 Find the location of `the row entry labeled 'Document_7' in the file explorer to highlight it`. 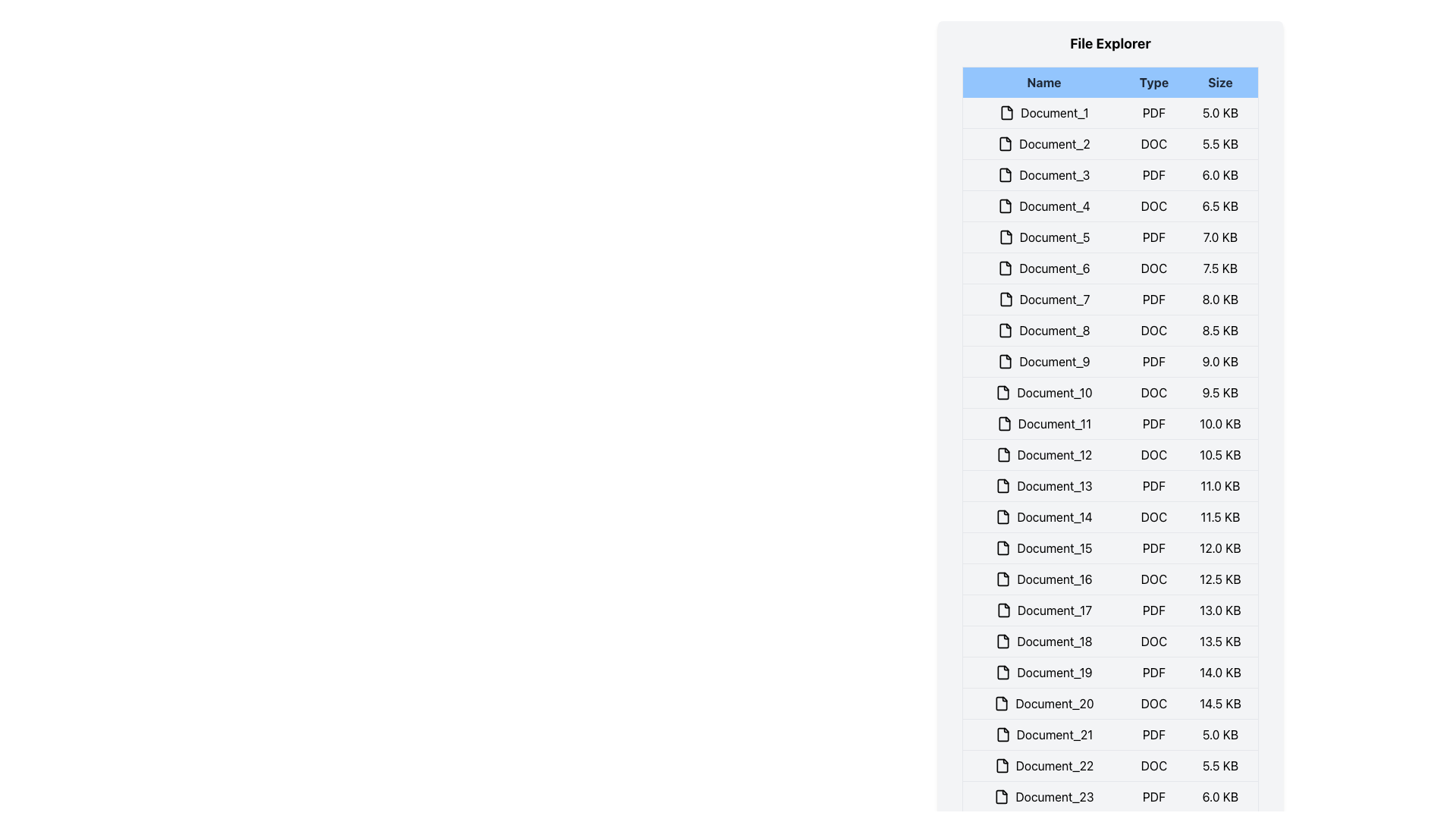

the row entry labeled 'Document_7' in the file explorer to highlight it is located at coordinates (1110, 299).